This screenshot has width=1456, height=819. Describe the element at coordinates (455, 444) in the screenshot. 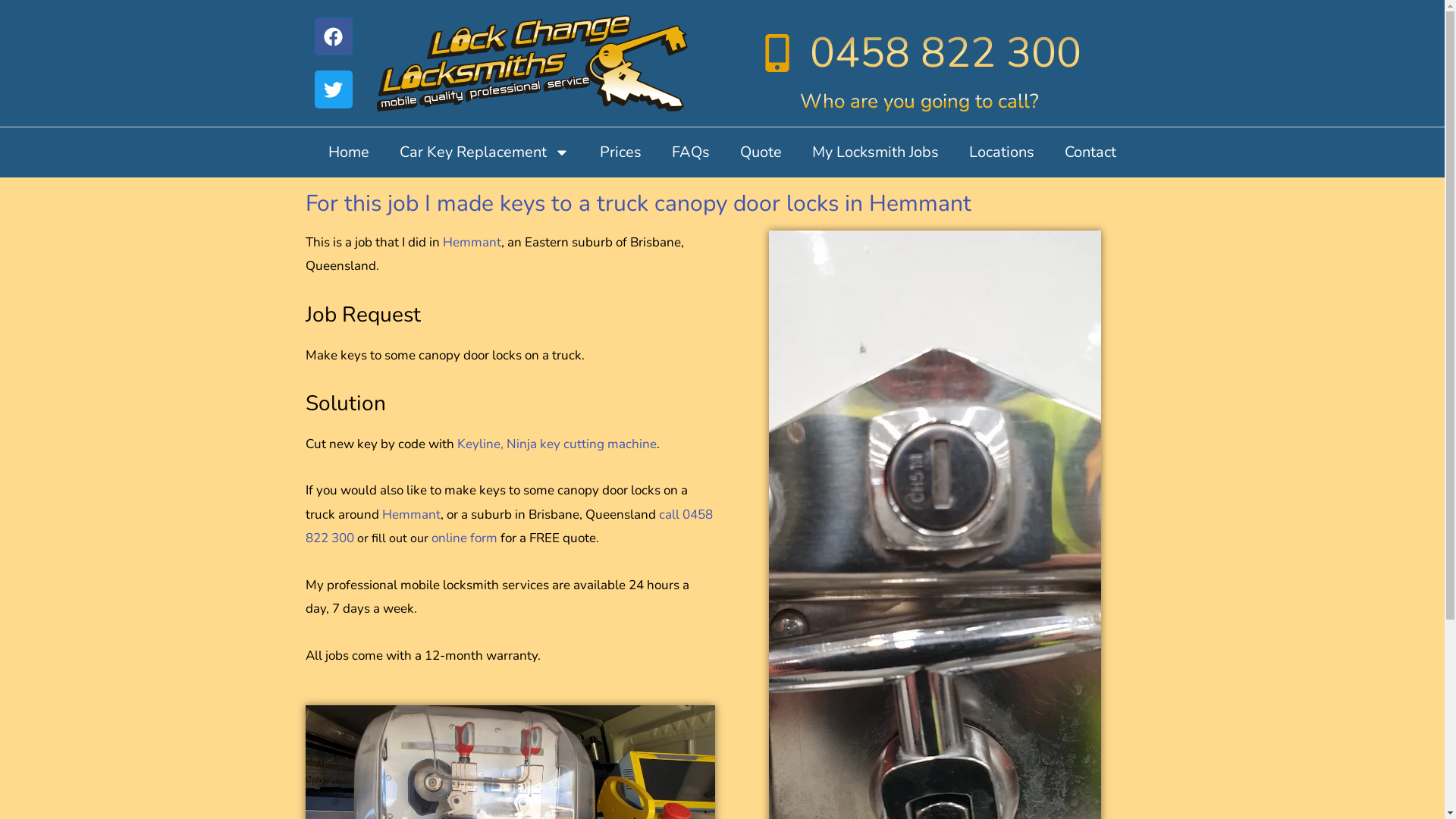

I see `'Keyline, Ninja key cutting machine'` at that location.